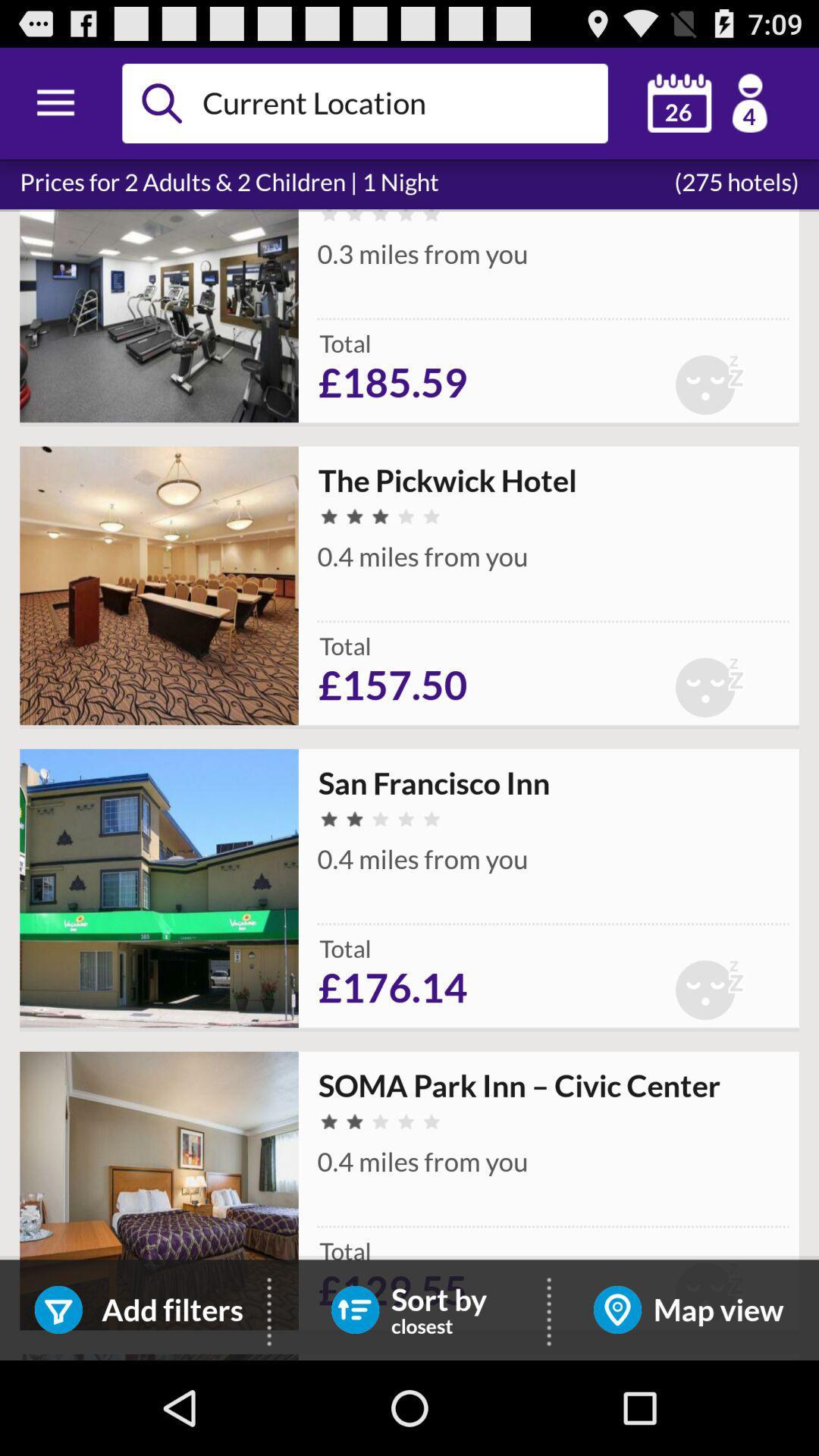  I want to click on the icons right to search field, so click(708, 102).